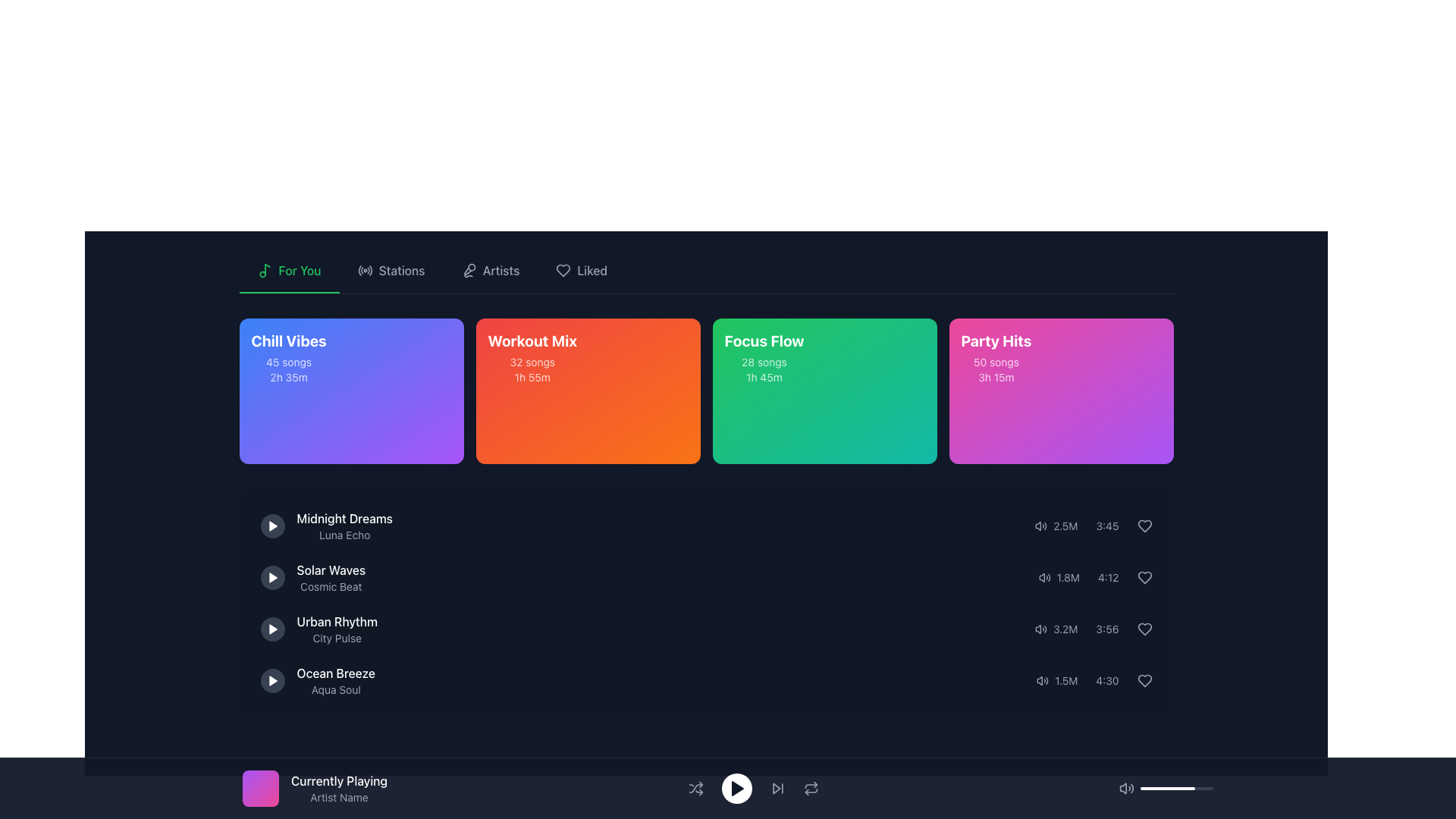 Image resolution: width=1456 pixels, height=819 pixels. What do you see at coordinates (1194, 788) in the screenshot?
I see `the slider` at bounding box center [1194, 788].